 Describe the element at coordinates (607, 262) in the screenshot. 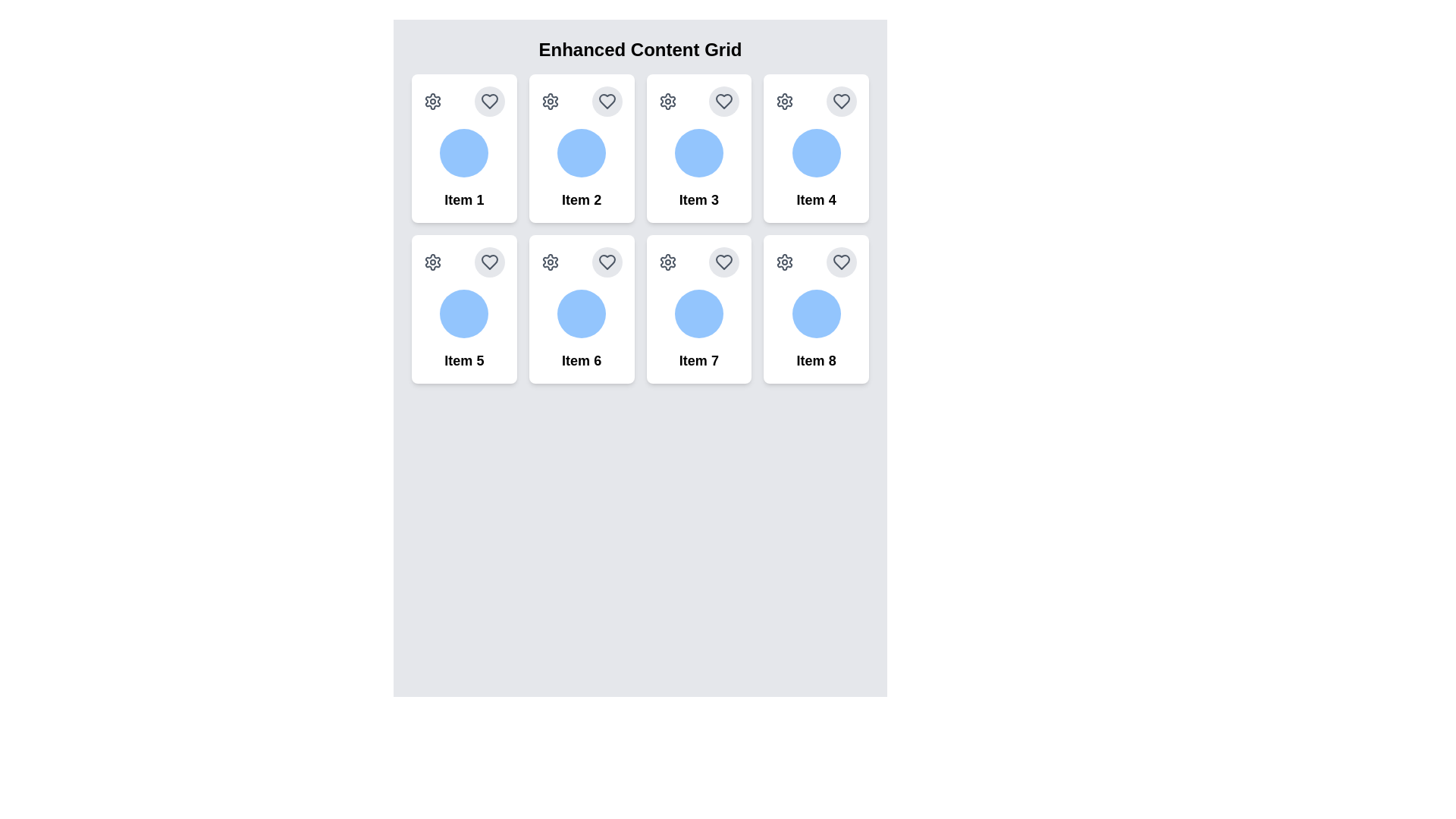

I see `the heart icon in the upper-right corner of the sixth item in the 'Enhanced Content Grid'` at that location.